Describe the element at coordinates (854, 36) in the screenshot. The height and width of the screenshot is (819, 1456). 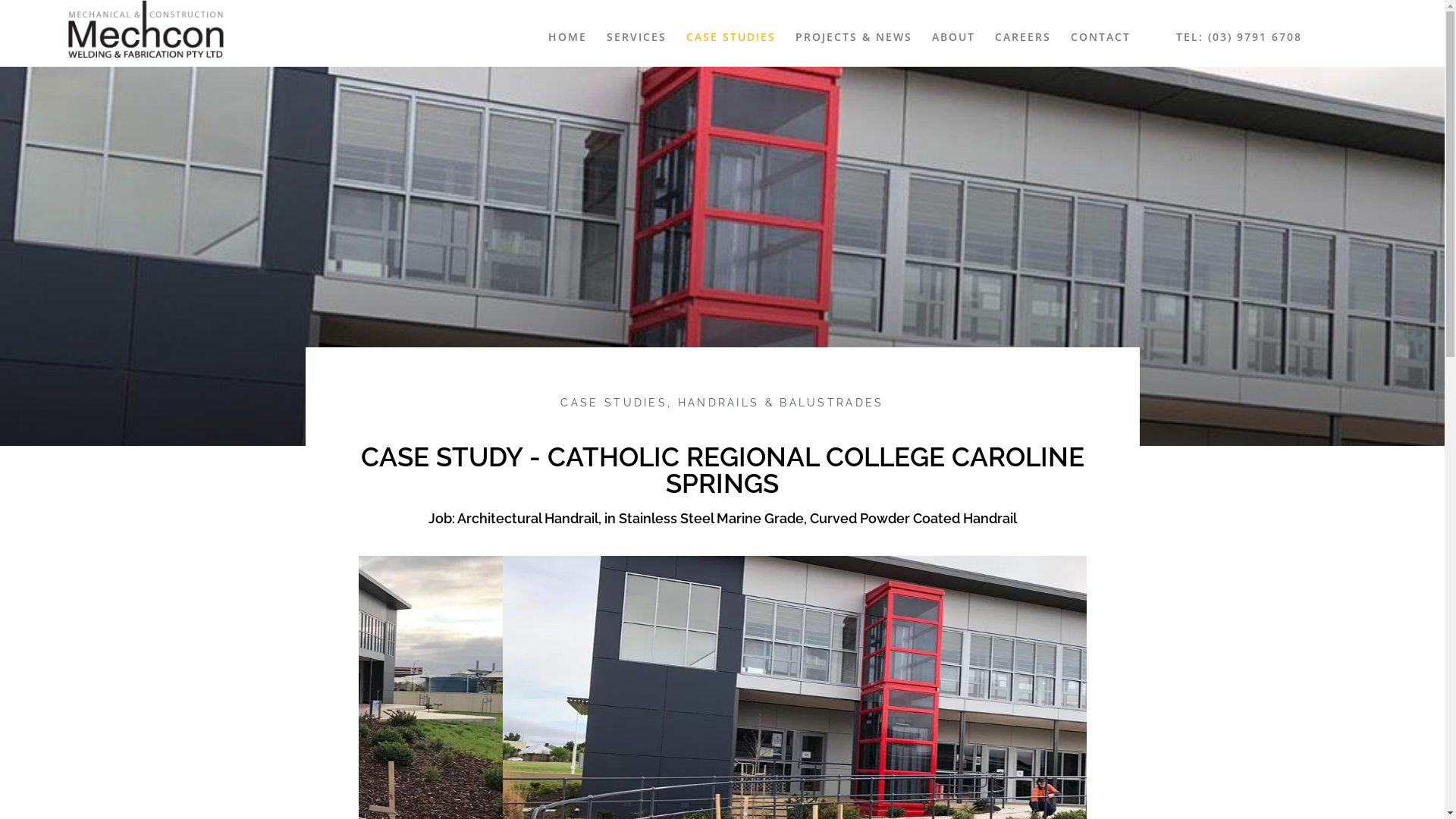
I see `'PROJECTS & NEWS'` at that location.